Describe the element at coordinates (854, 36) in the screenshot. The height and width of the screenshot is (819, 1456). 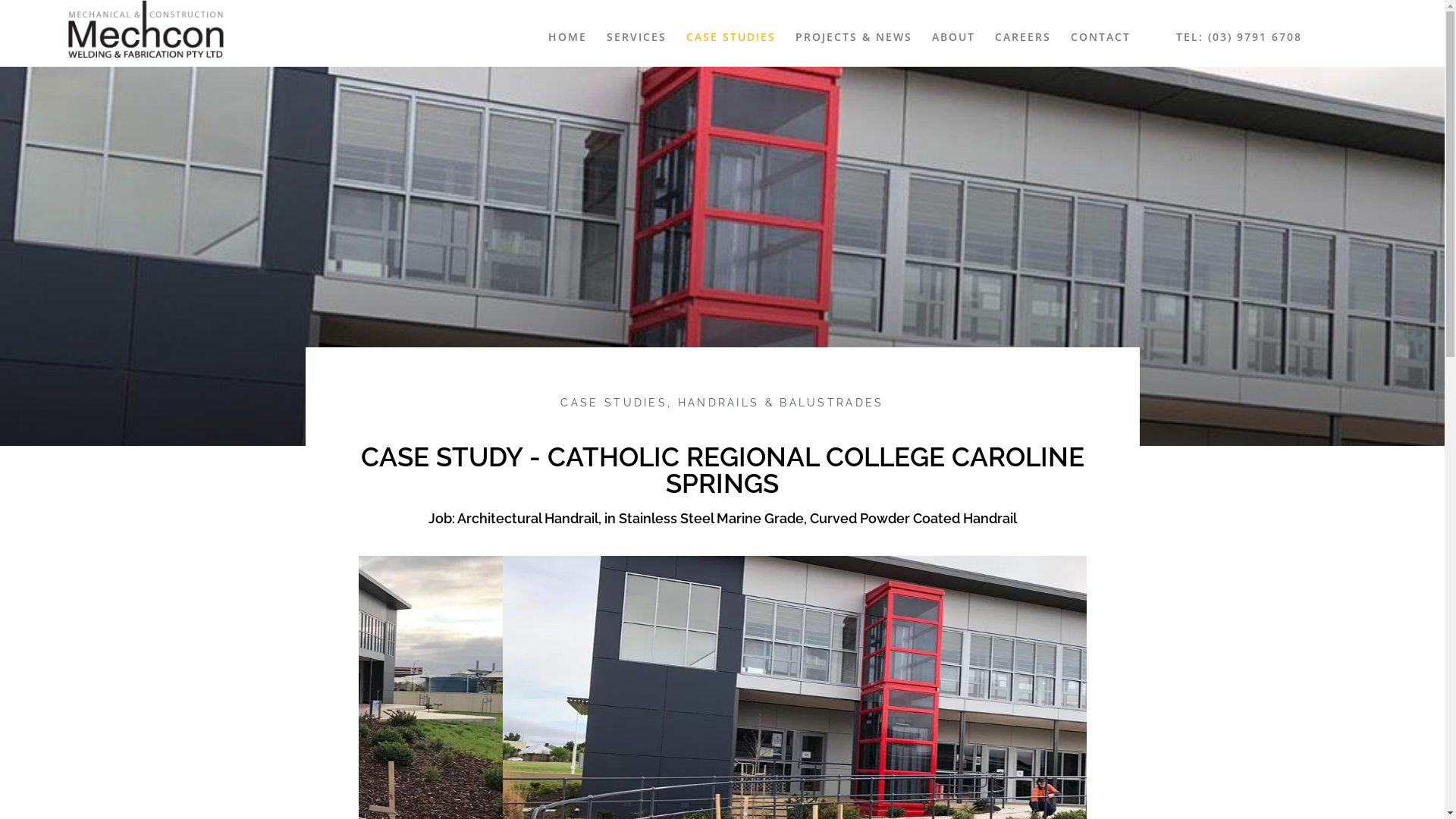
I see `'PROJECTS & NEWS'` at that location.